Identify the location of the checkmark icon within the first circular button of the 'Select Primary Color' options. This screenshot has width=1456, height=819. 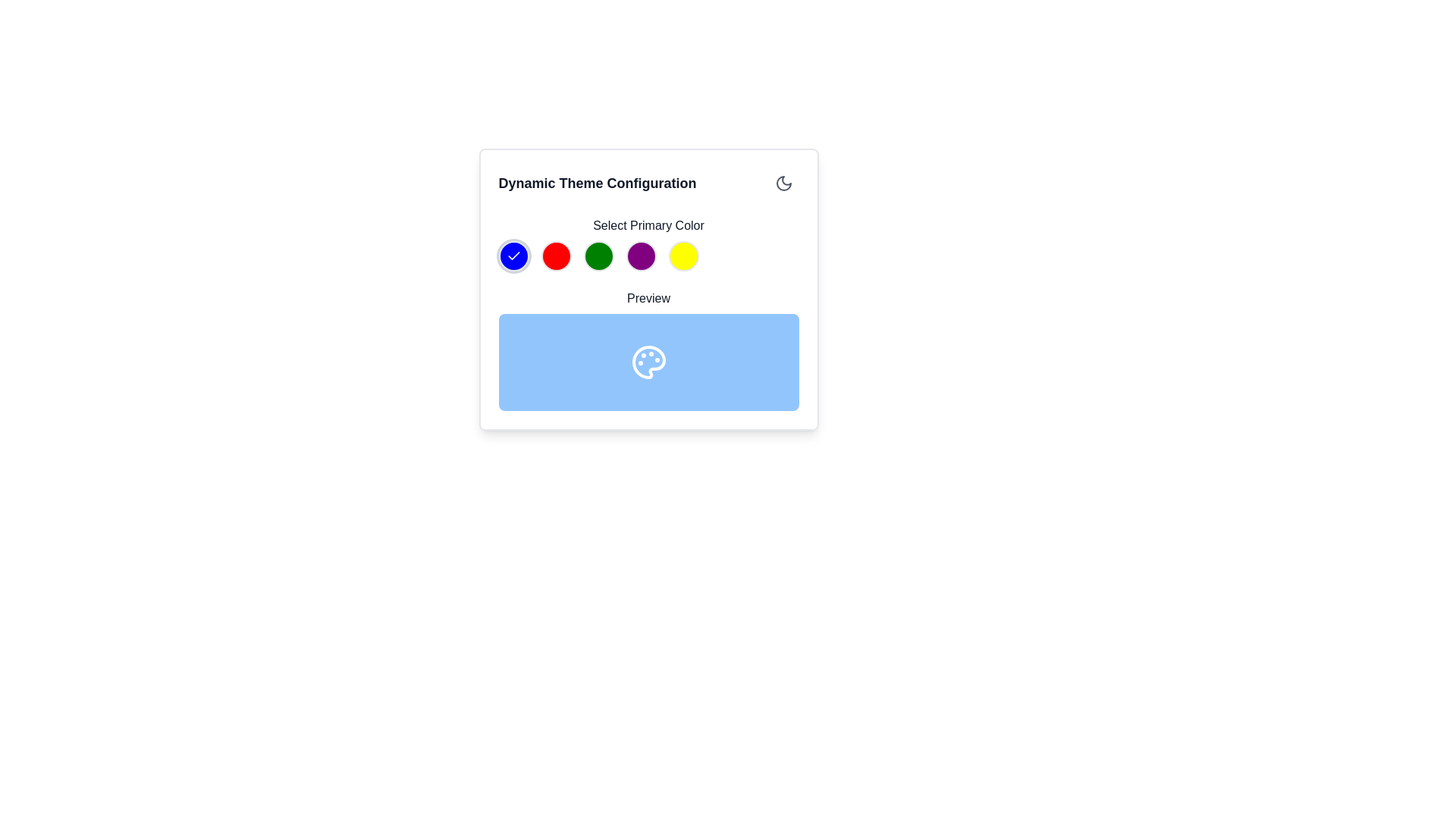
(513, 256).